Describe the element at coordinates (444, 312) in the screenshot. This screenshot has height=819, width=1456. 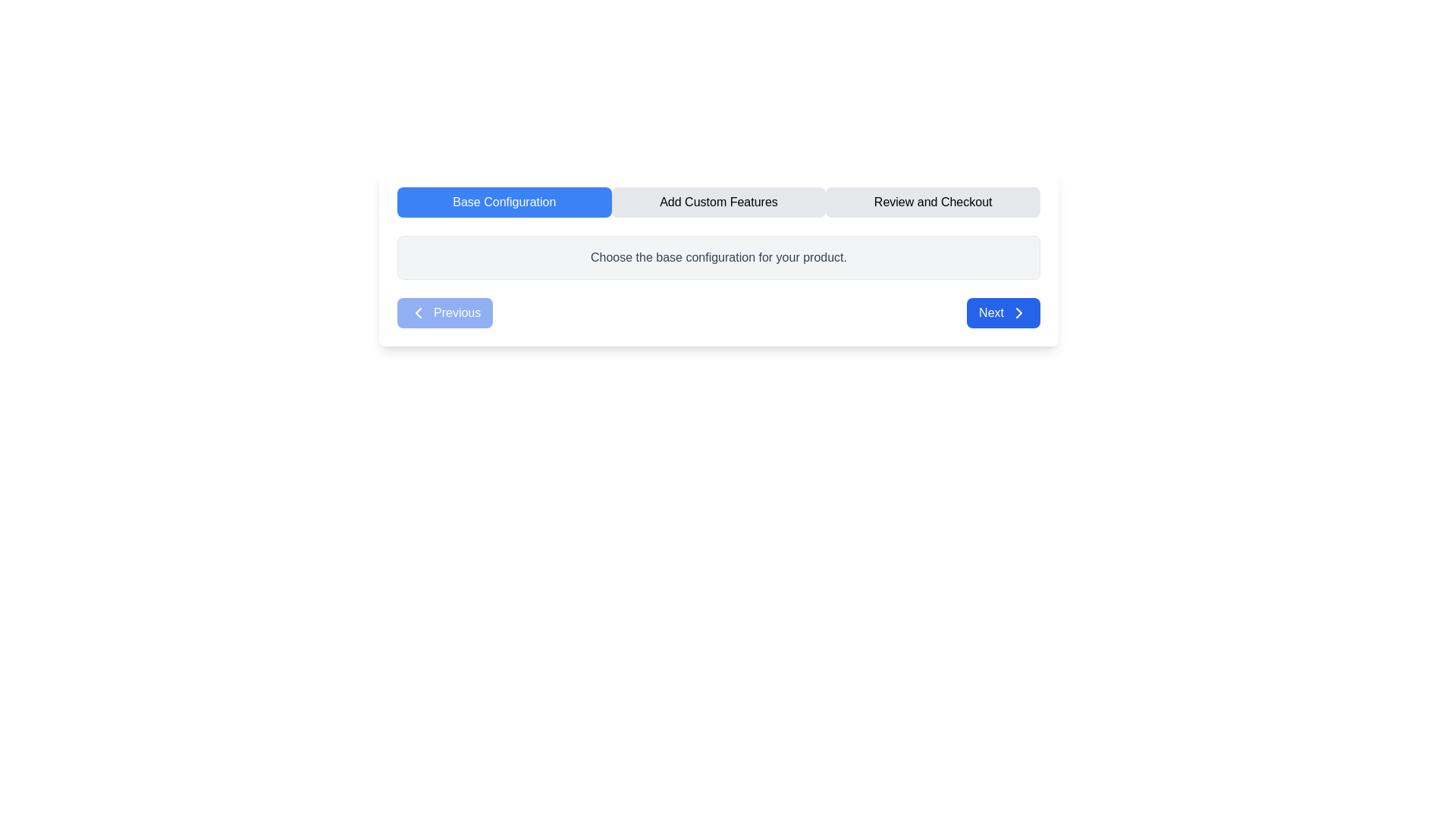
I see `the 'Previous' button located in the bottom-left corner of the interface, to the left of the 'Next' button` at that location.